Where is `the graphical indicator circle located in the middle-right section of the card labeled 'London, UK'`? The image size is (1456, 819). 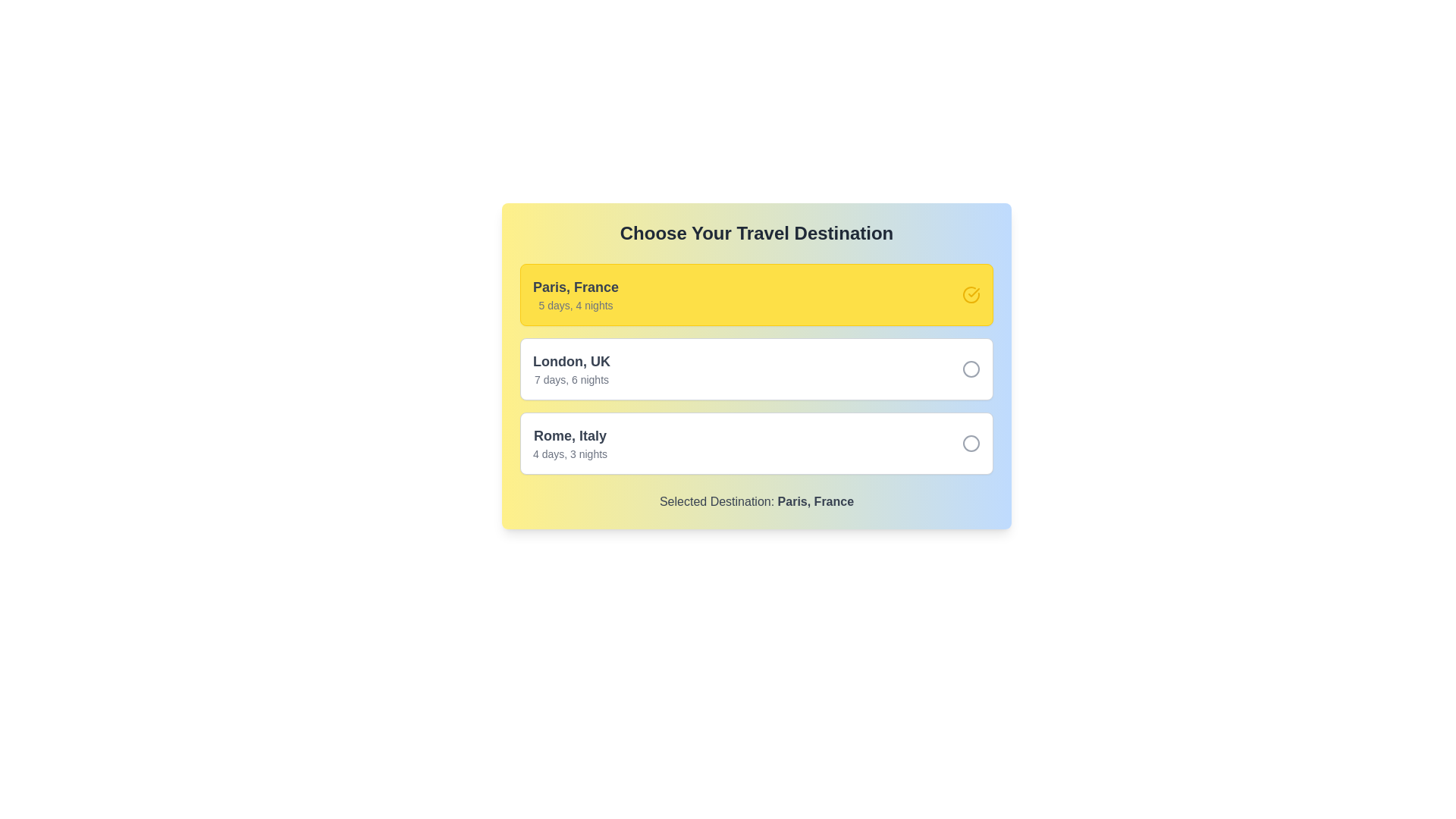 the graphical indicator circle located in the middle-right section of the card labeled 'London, UK' is located at coordinates (971, 369).